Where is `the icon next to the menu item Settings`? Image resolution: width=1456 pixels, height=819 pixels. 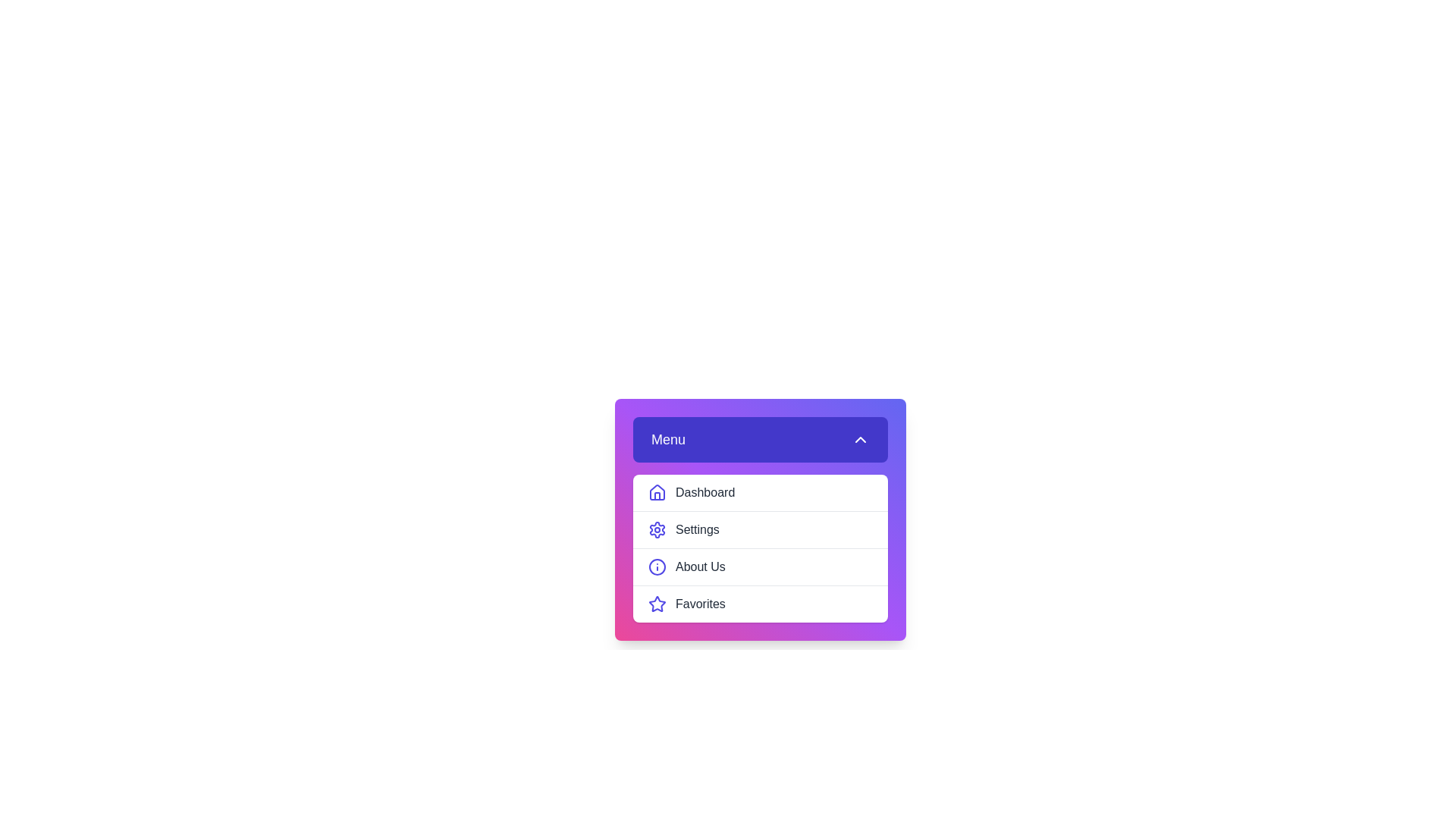
the icon next to the menu item Settings is located at coordinates (657, 529).